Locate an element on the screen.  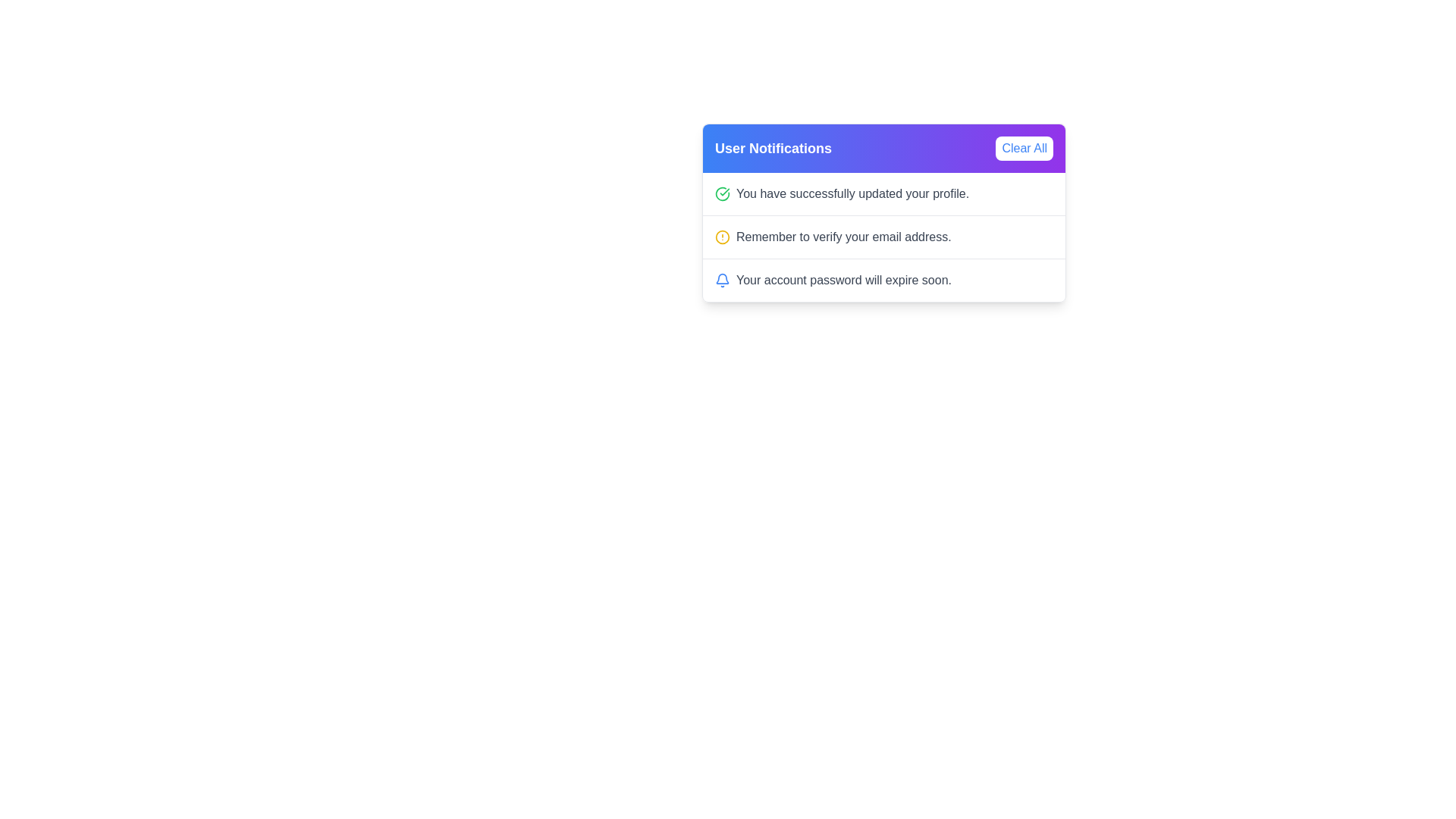
the bell icon in the header section, which serves as a visual cue for notifications, located at the top-right region of the notification card is located at coordinates (722, 278).